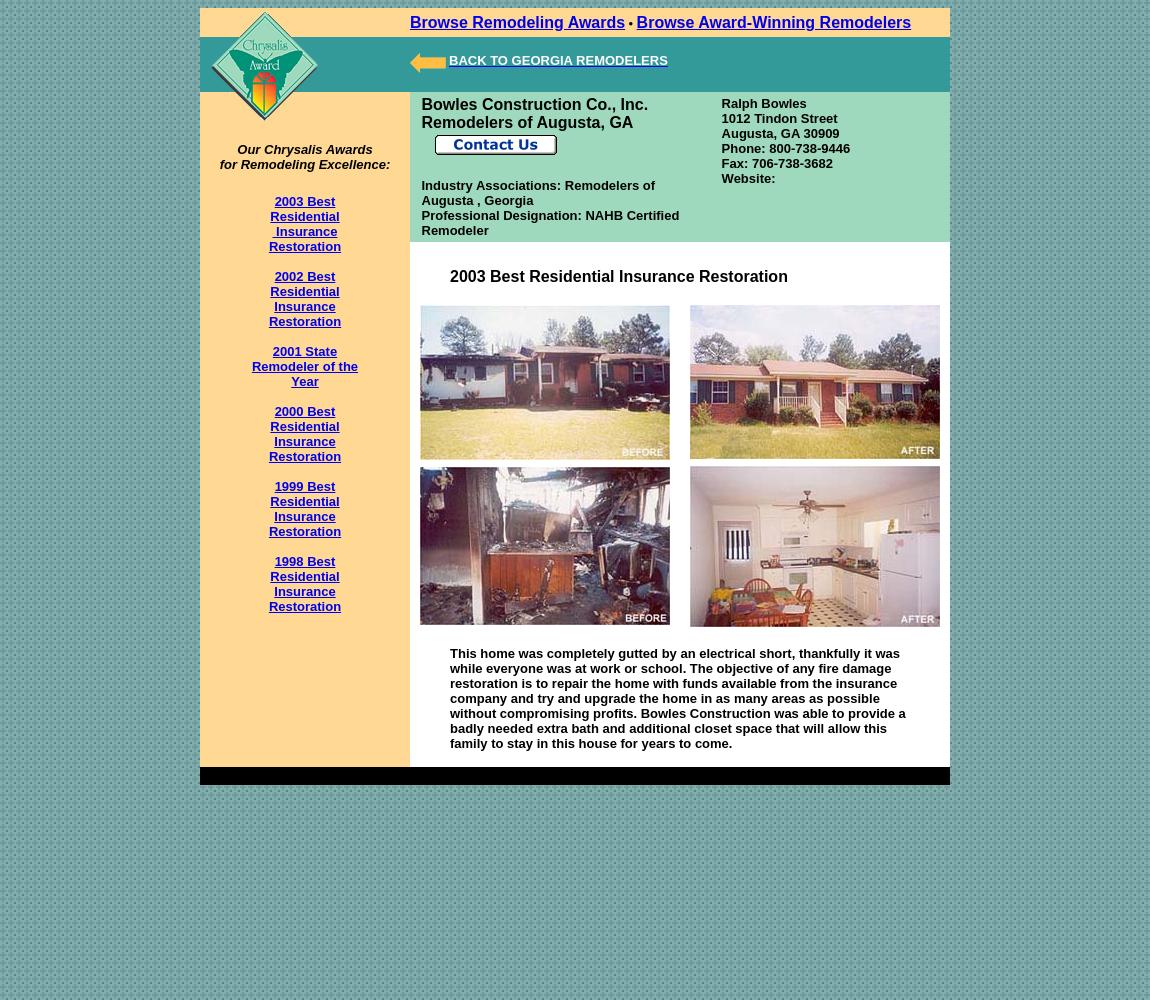 The width and height of the screenshot is (1150, 1000). Describe the element at coordinates (269, 418) in the screenshot. I see `'2000 Best Residential'` at that location.